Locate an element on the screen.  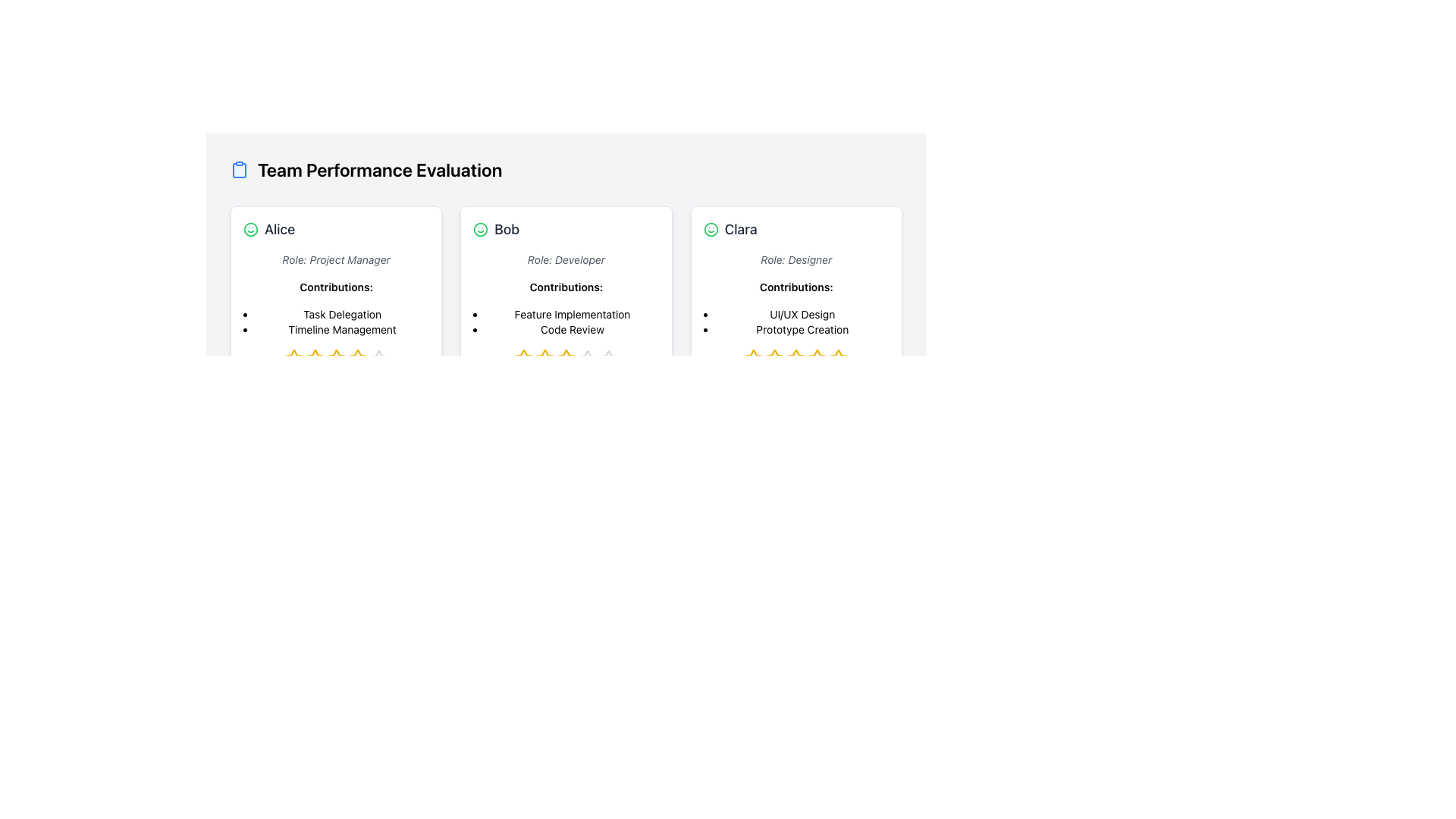
the active yellow star icon, which is the fourth star in the row of five stars under the 'Alice' card in the 'Team Performance Evaluation' section is located at coordinates (335, 359).